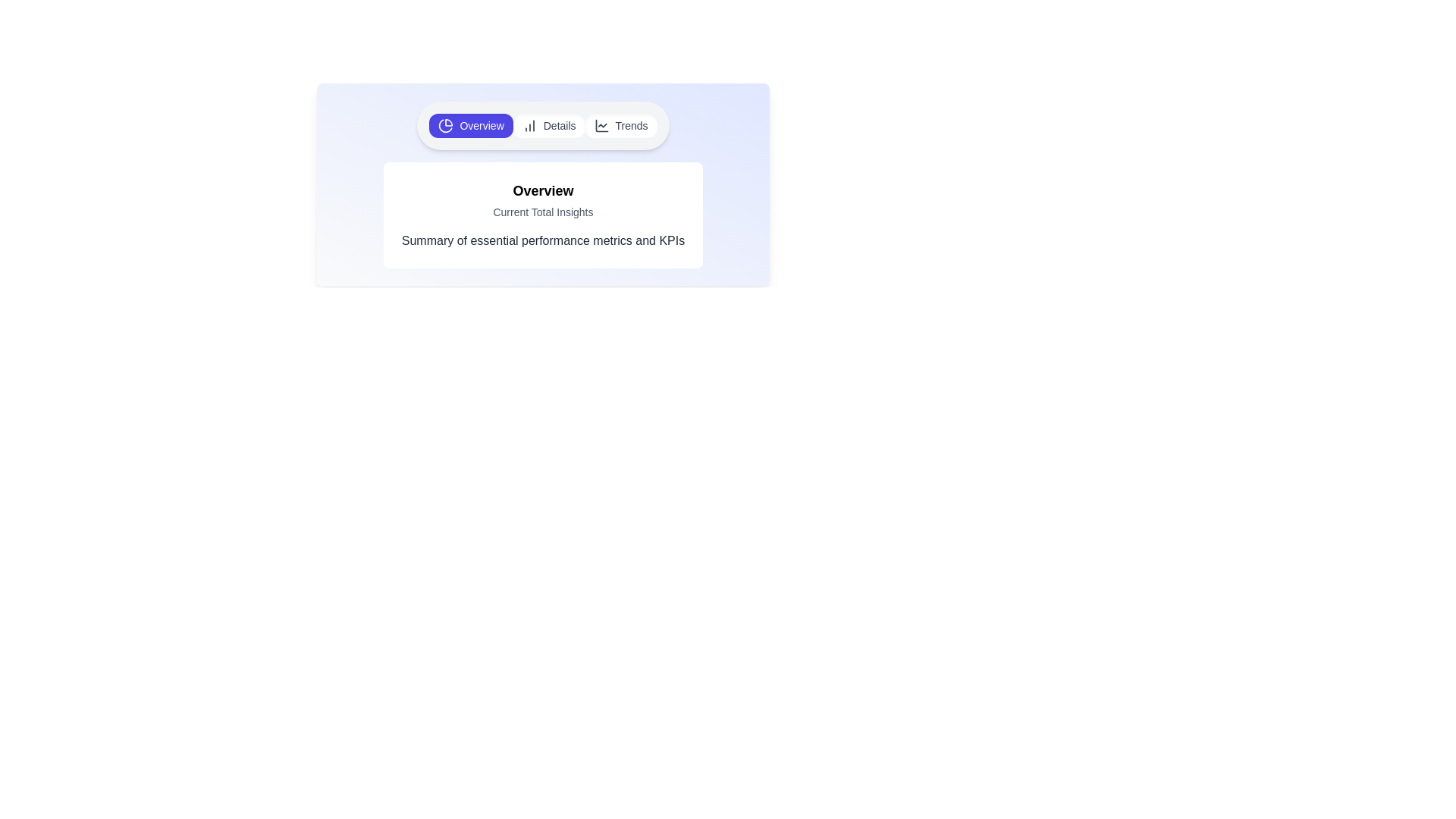  I want to click on the tab corresponding to Overview to bring it into focus, so click(470, 124).